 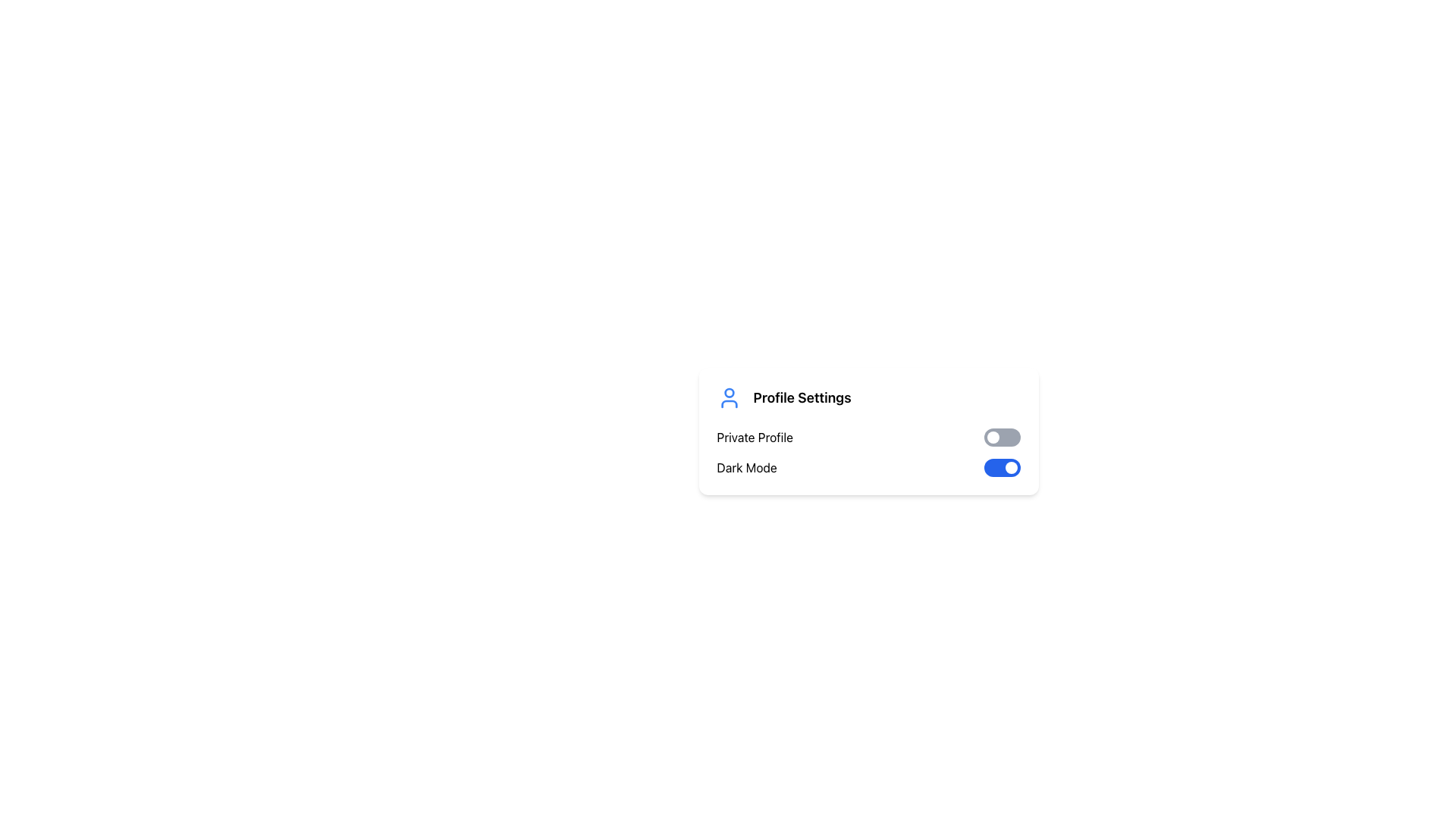 I want to click on the user icon element in the 'Profile Settings' section, which is depicted as a simplified outline of a person with a blue stroke color, located to the left of the 'Profile Settings' text, so click(x=729, y=397).